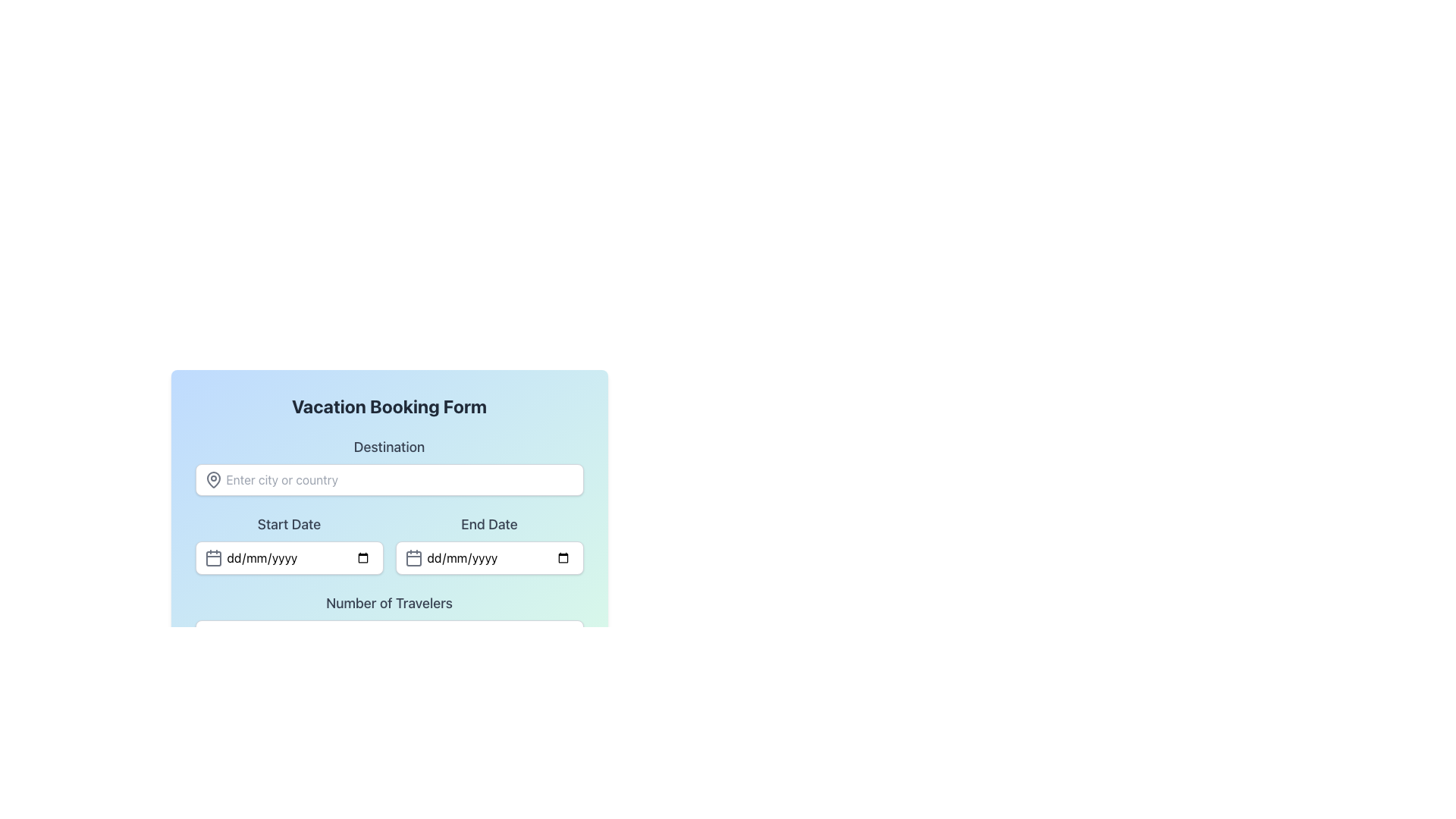 The width and height of the screenshot is (1456, 819). What do you see at coordinates (389, 543) in the screenshot?
I see `the calendar icon in the Date input form group` at bounding box center [389, 543].